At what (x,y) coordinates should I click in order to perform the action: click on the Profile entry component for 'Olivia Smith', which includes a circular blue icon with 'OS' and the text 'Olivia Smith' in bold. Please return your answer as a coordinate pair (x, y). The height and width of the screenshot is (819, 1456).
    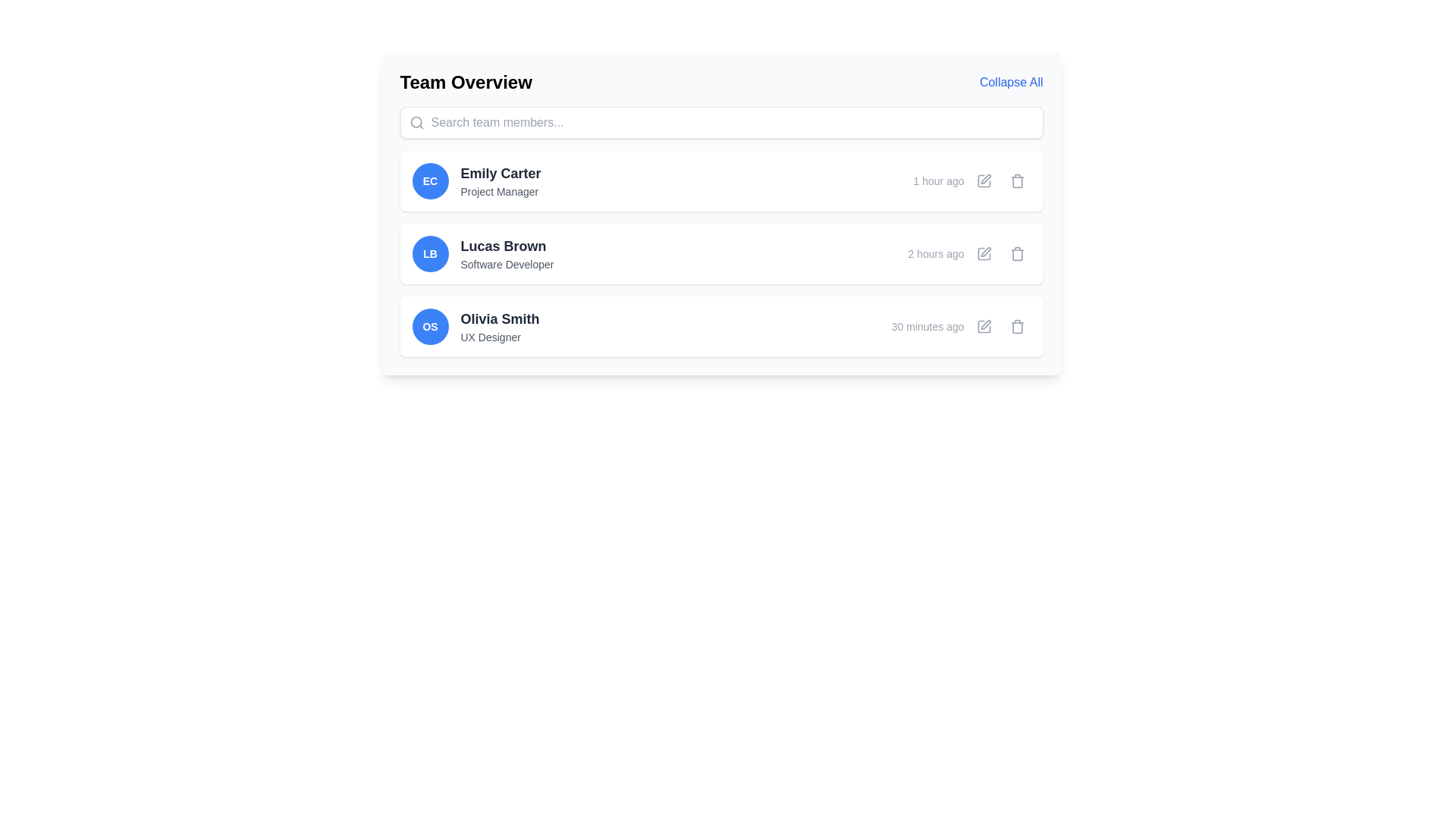
    Looking at the image, I should click on (475, 326).